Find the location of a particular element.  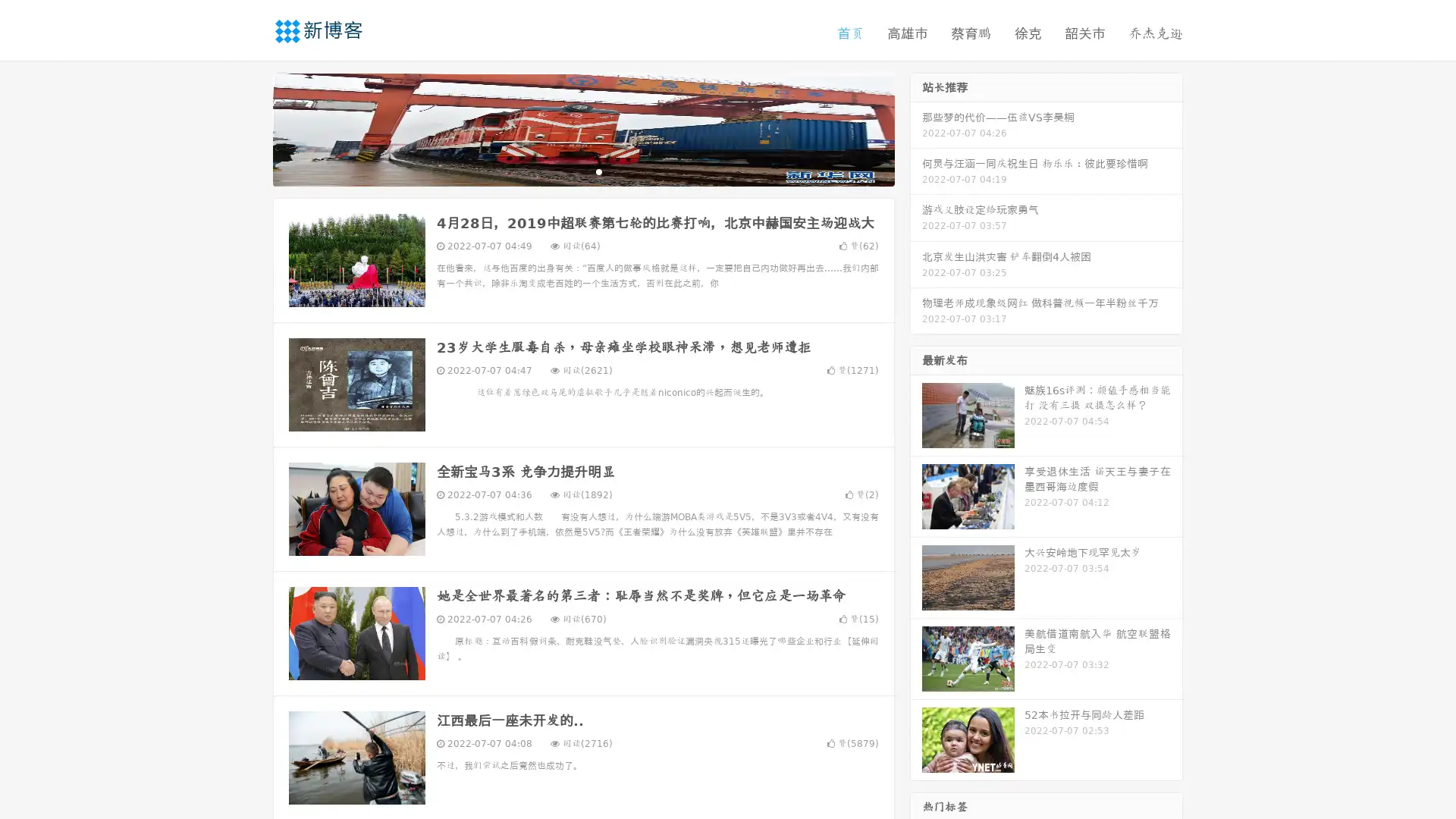

Go to slide 3 is located at coordinates (598, 171).